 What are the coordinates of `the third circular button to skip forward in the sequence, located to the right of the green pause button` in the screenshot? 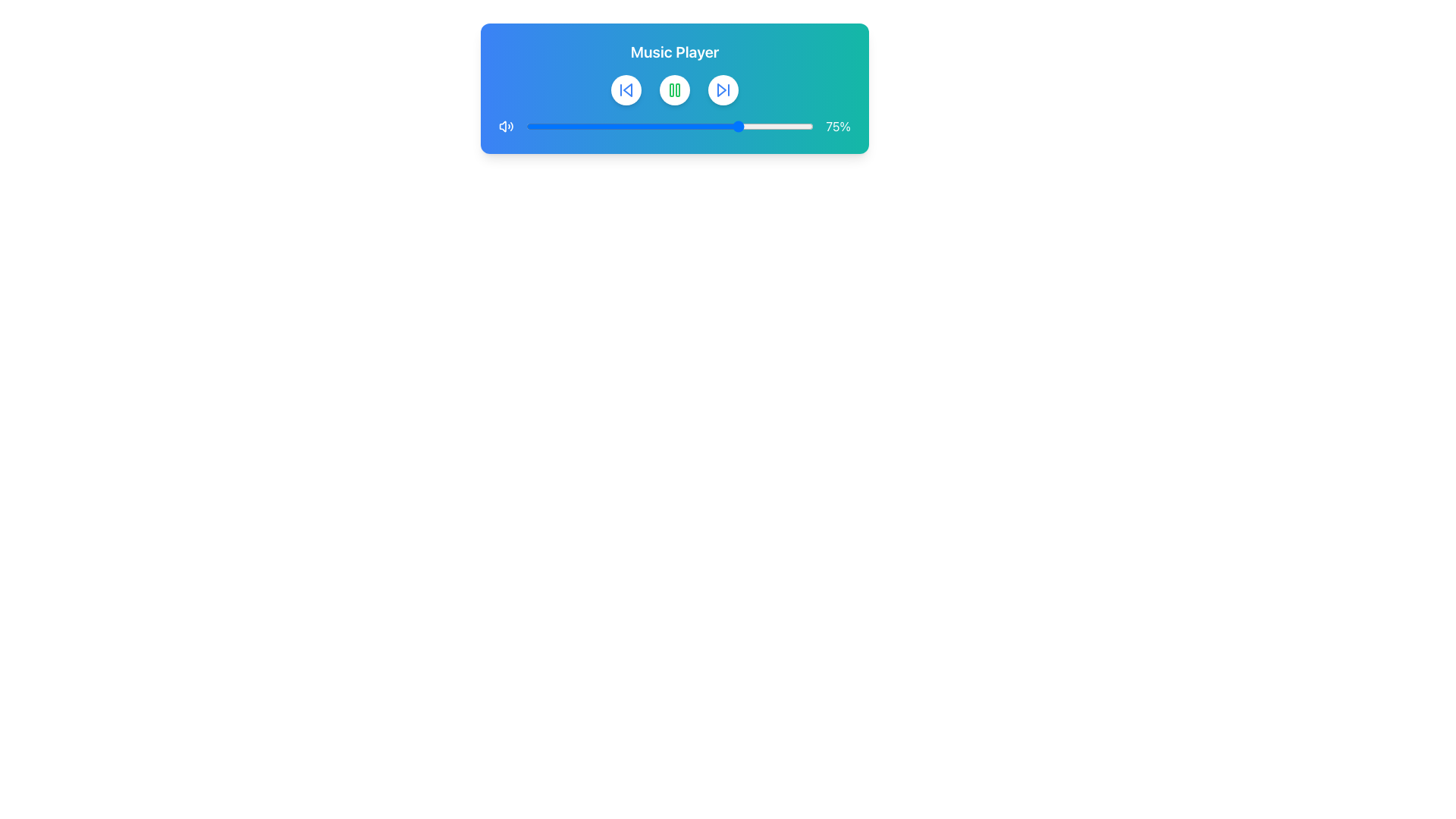 It's located at (723, 90).